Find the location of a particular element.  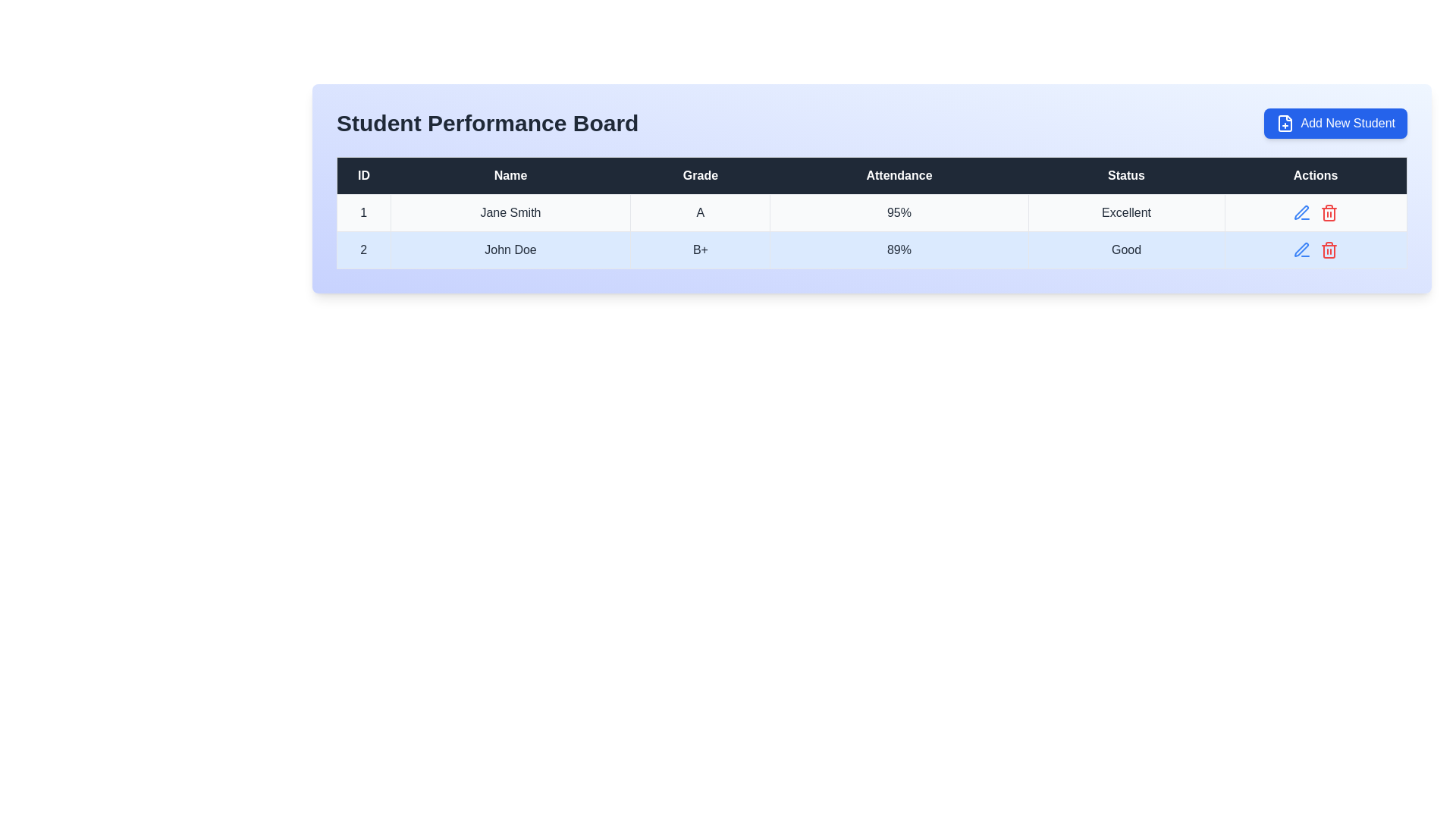

the blue pen icon button located in the second row of the 'Student Performance Board' table to change its color is located at coordinates (1301, 249).